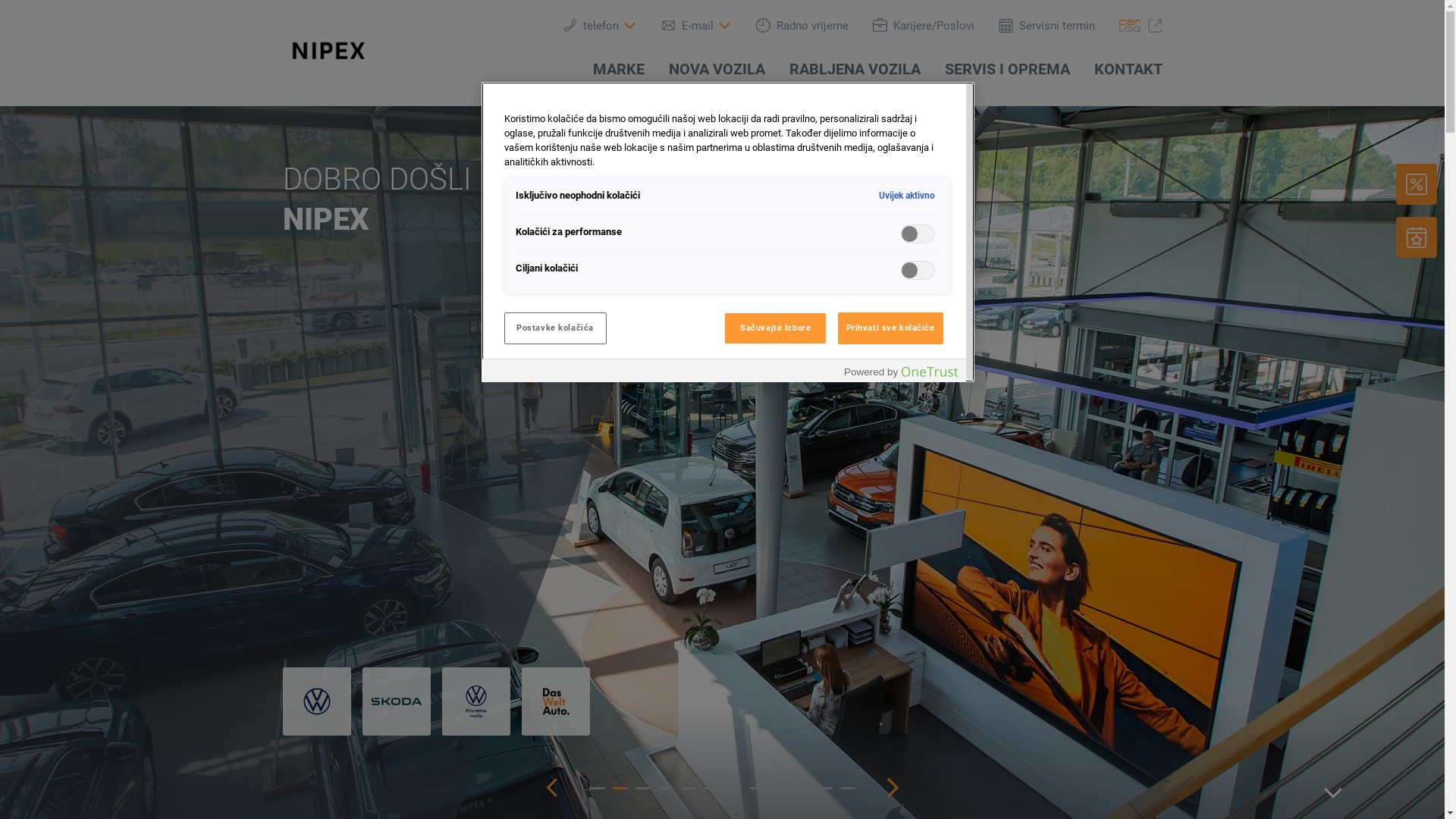  I want to click on 'NIPEX', so click(282, 49).